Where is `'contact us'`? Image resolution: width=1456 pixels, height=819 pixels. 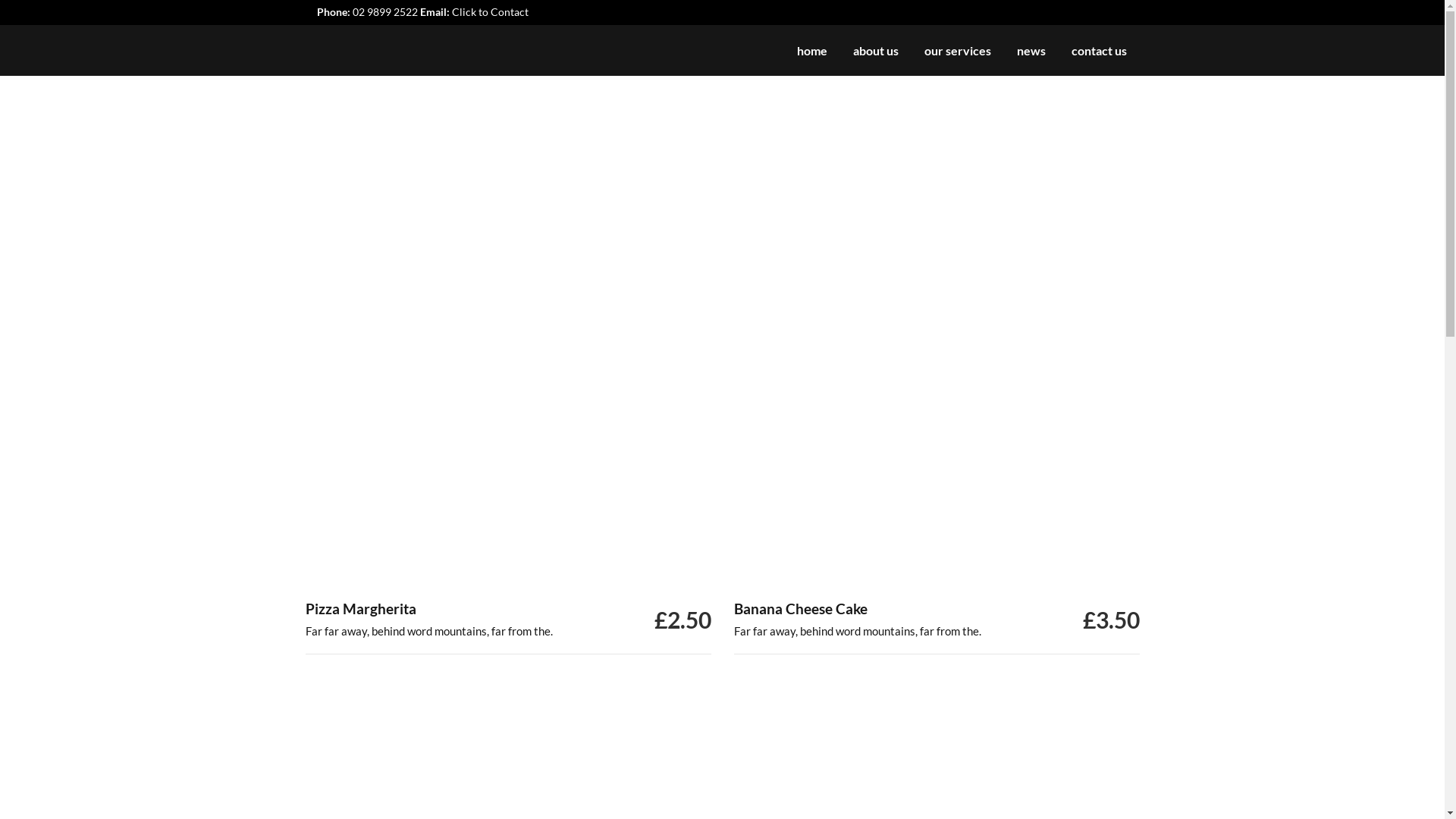
'contact us' is located at coordinates (1058, 49).